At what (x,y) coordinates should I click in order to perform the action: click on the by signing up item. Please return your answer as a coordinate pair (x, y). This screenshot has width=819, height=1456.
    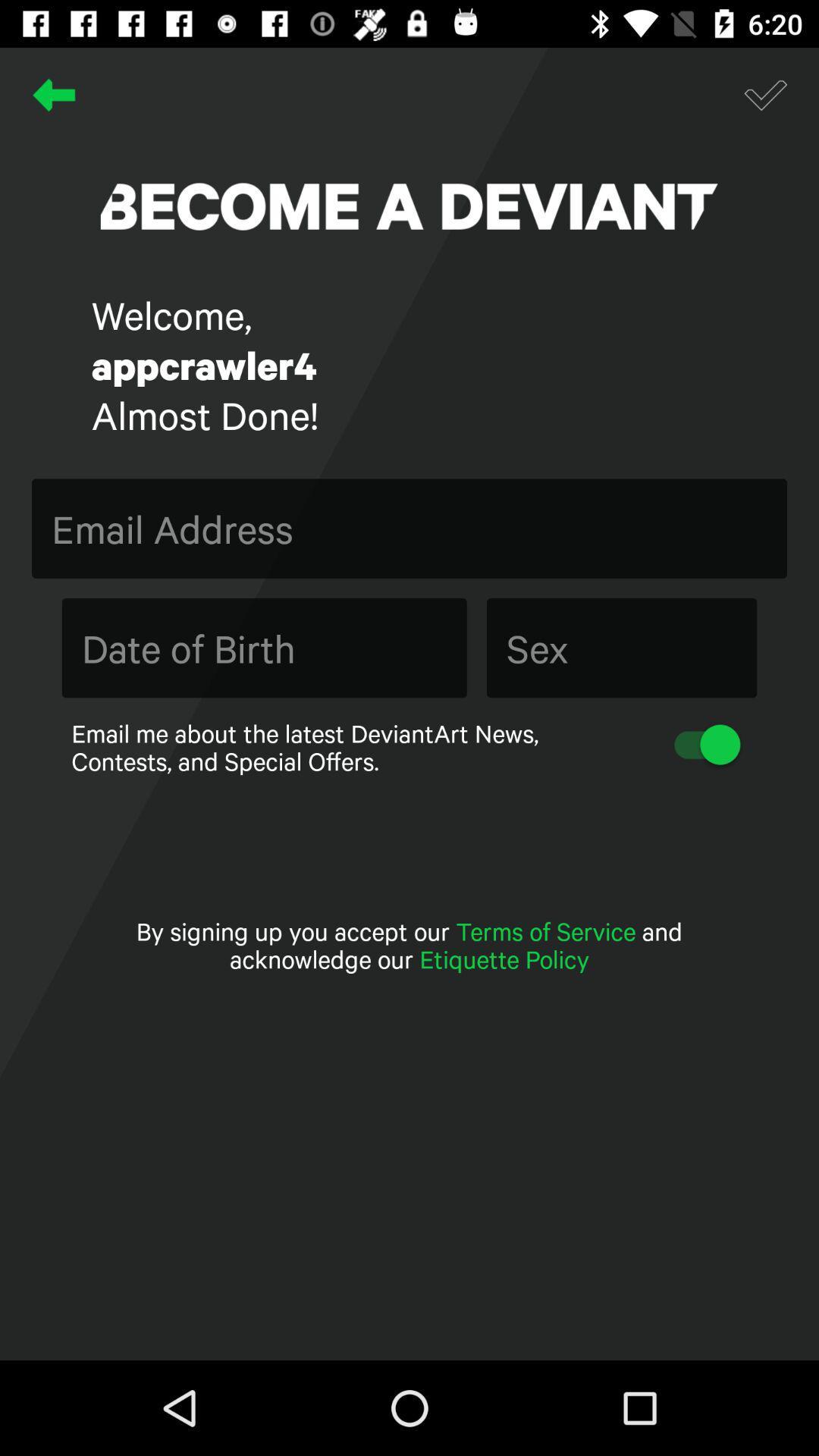
    Looking at the image, I should click on (409, 944).